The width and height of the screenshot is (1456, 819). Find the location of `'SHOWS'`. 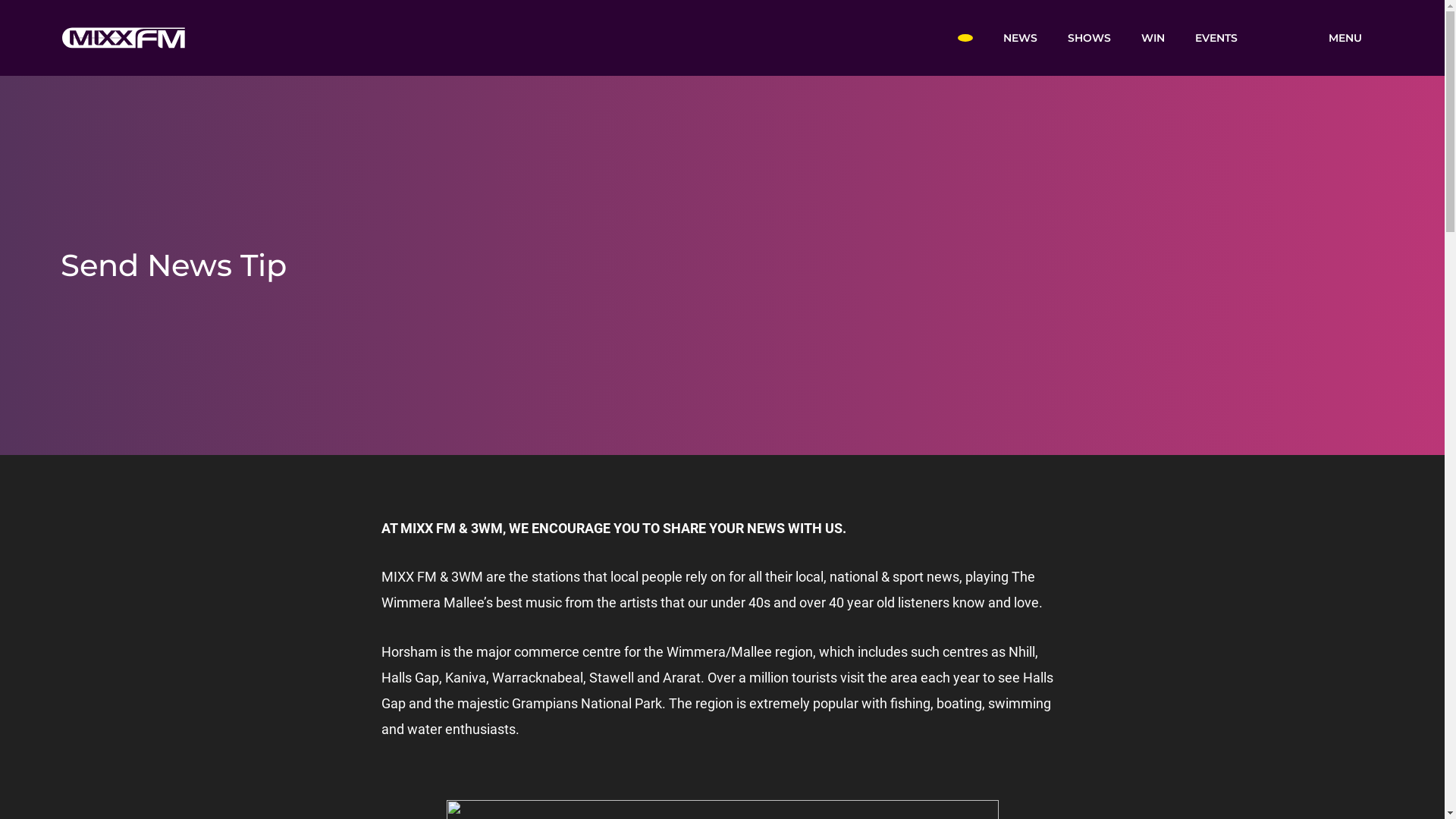

'SHOWS' is located at coordinates (1088, 36).